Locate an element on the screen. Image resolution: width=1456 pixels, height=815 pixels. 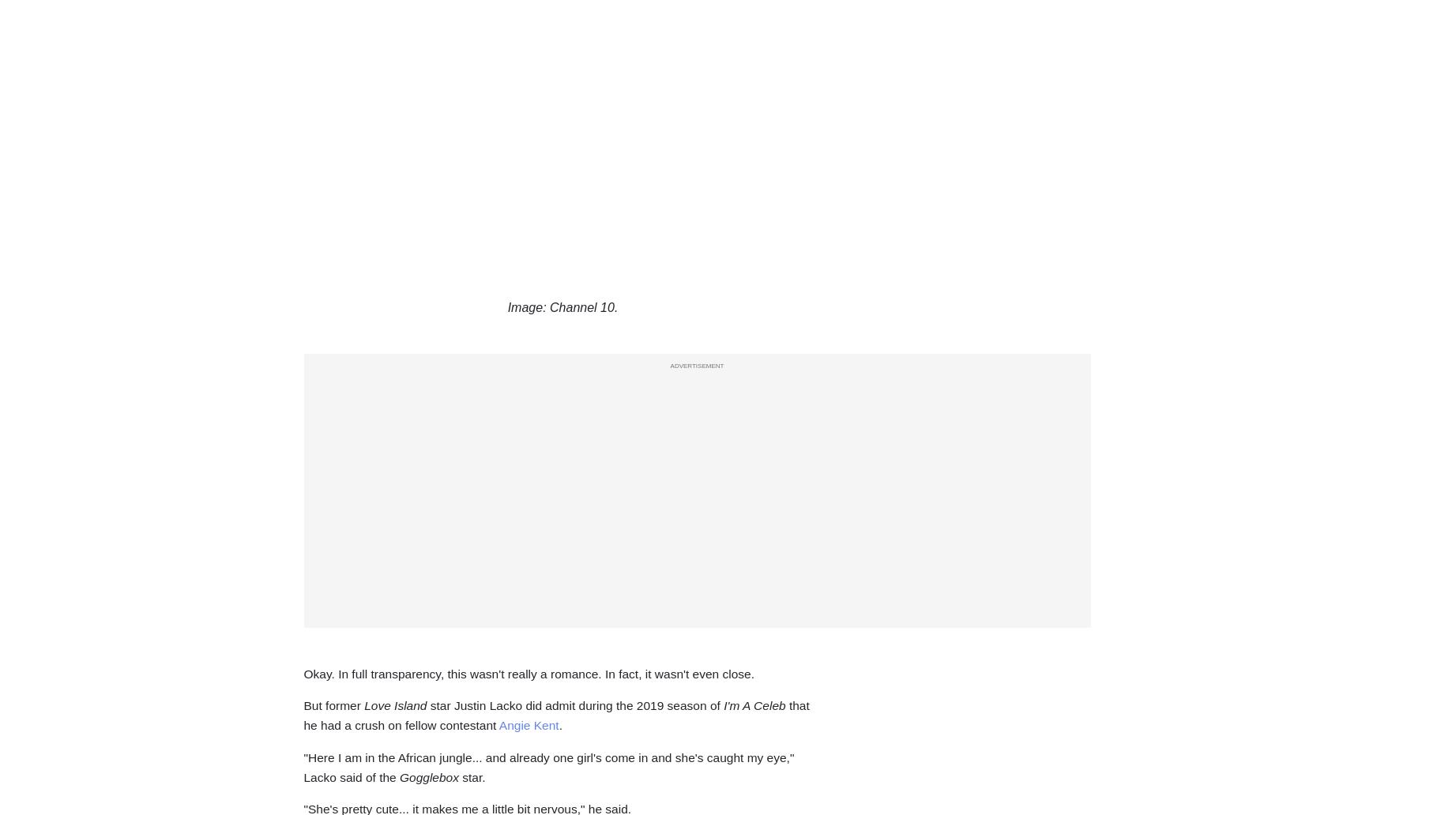
'ADVERTISEMENT' is located at coordinates (697, 365).